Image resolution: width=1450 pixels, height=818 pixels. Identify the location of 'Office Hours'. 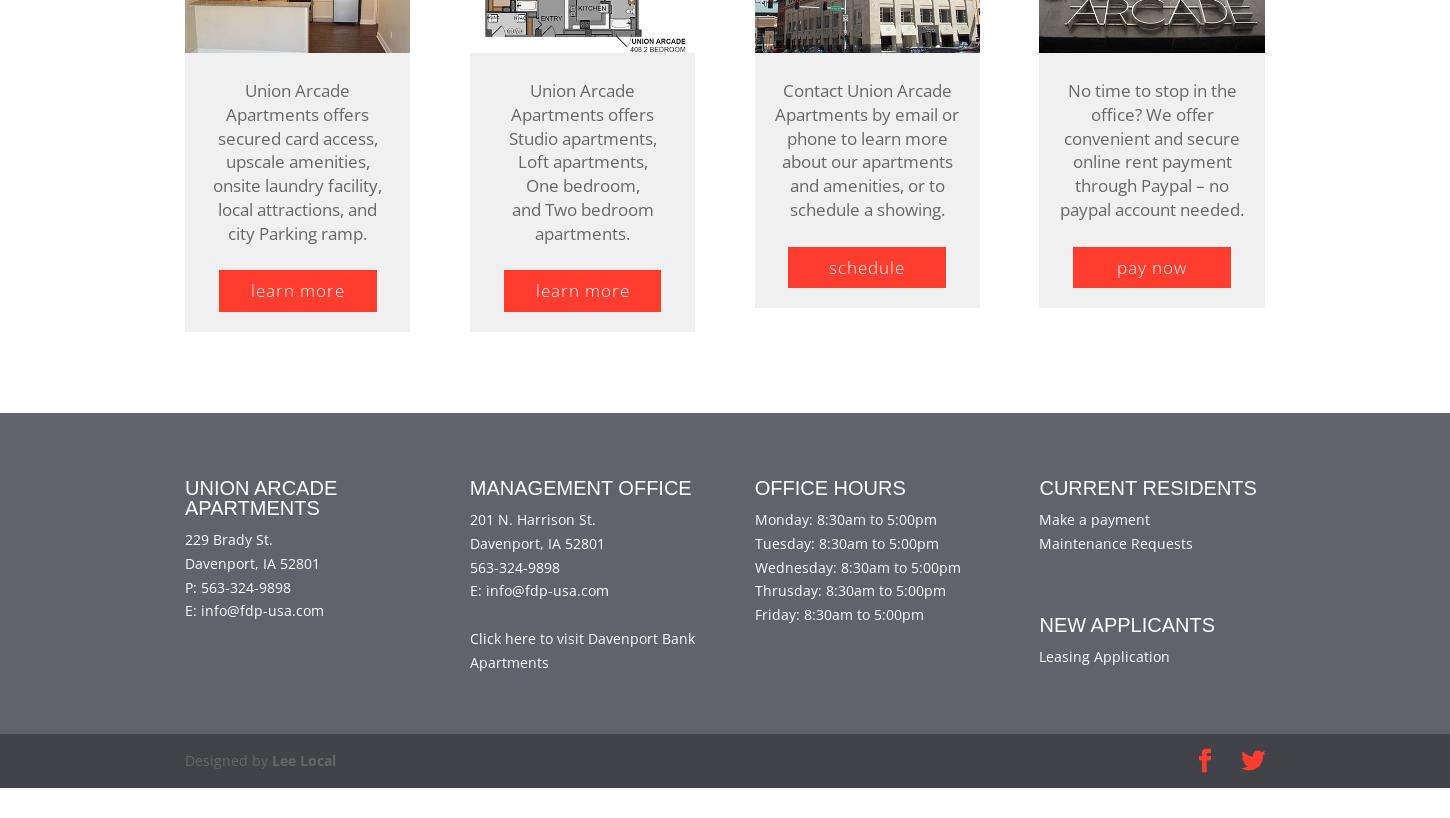
(829, 518).